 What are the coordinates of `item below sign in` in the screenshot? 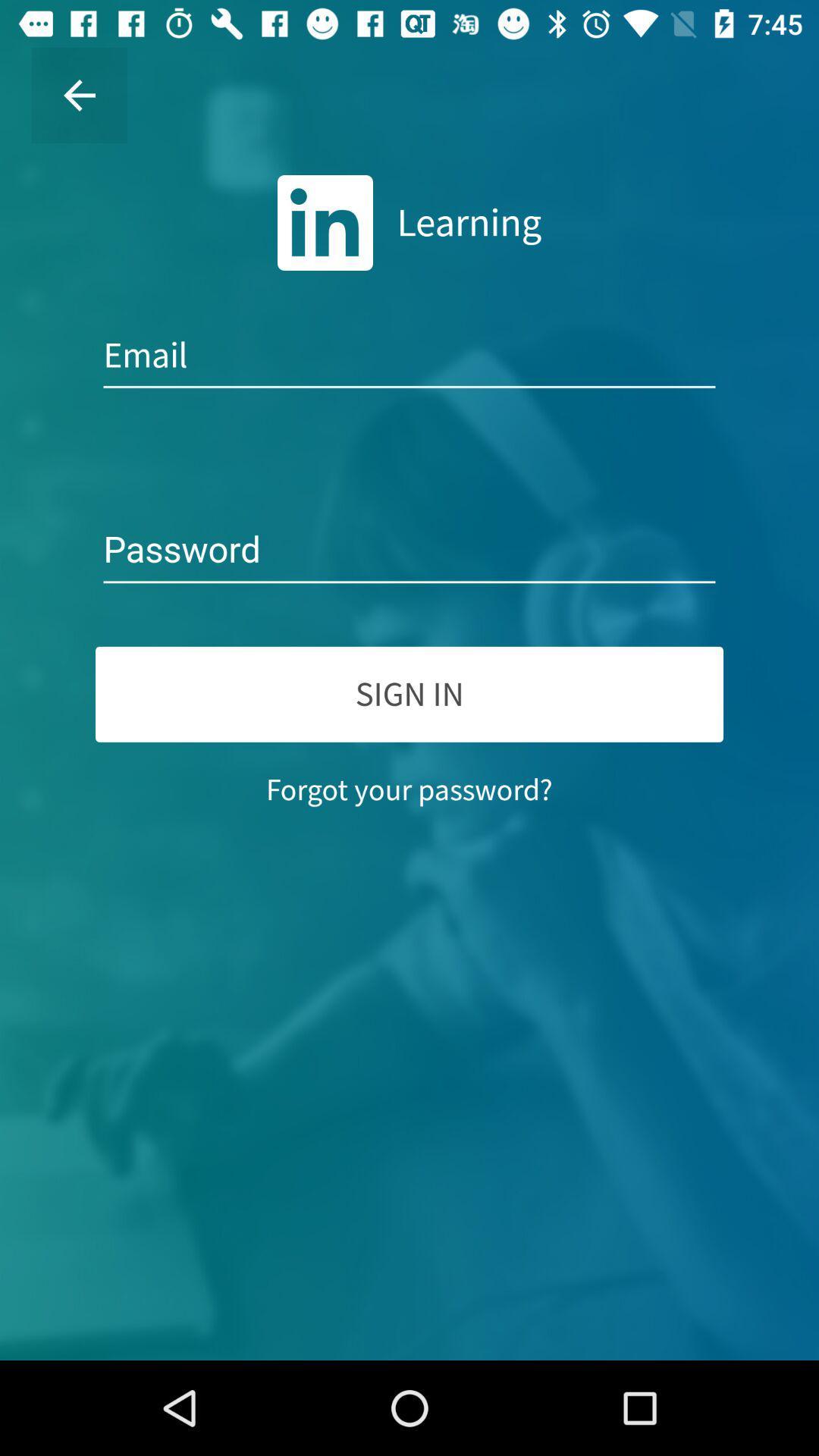 It's located at (409, 789).